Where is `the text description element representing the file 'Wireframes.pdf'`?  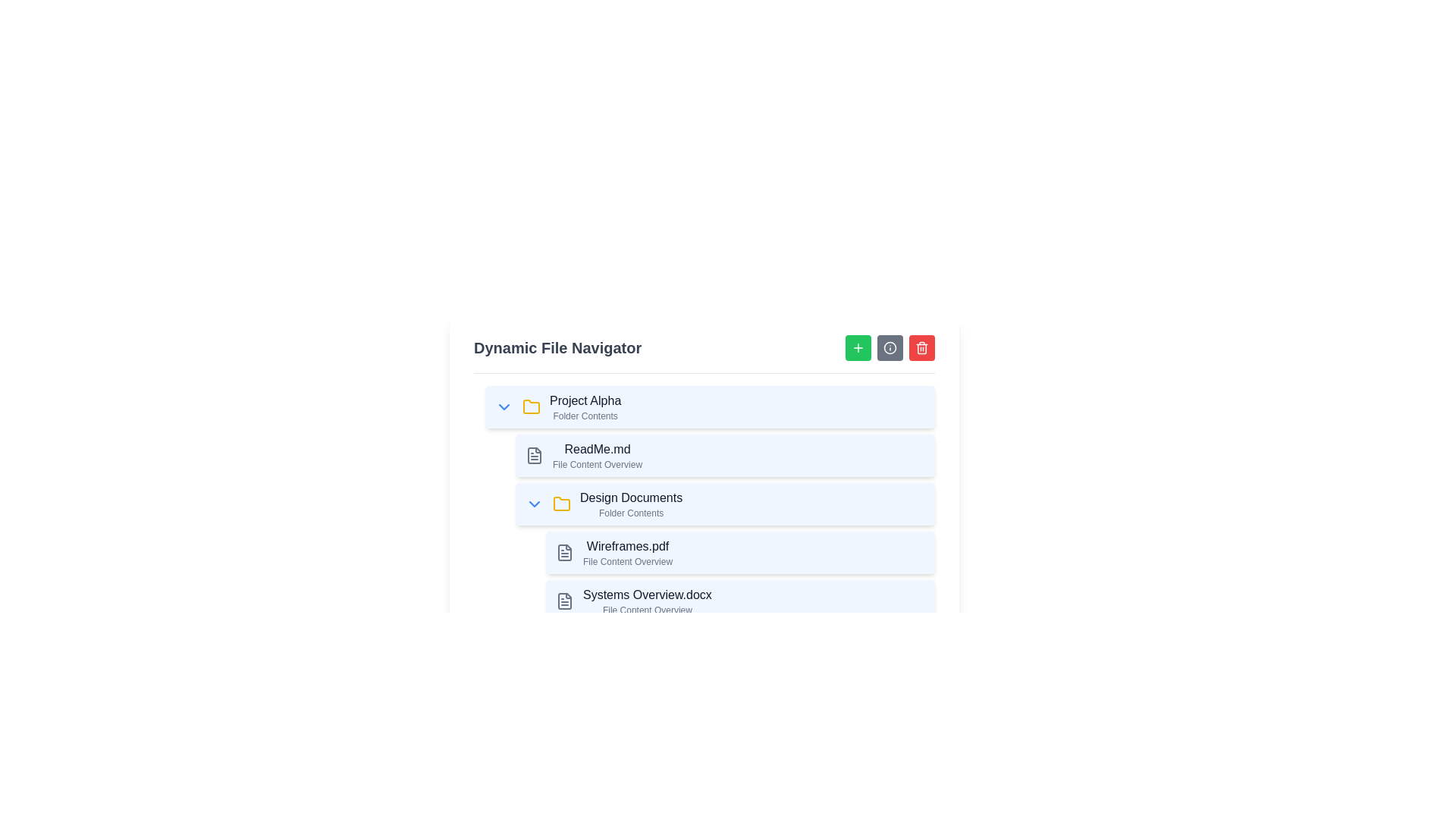 the text description element representing the file 'Wireframes.pdf' is located at coordinates (628, 553).